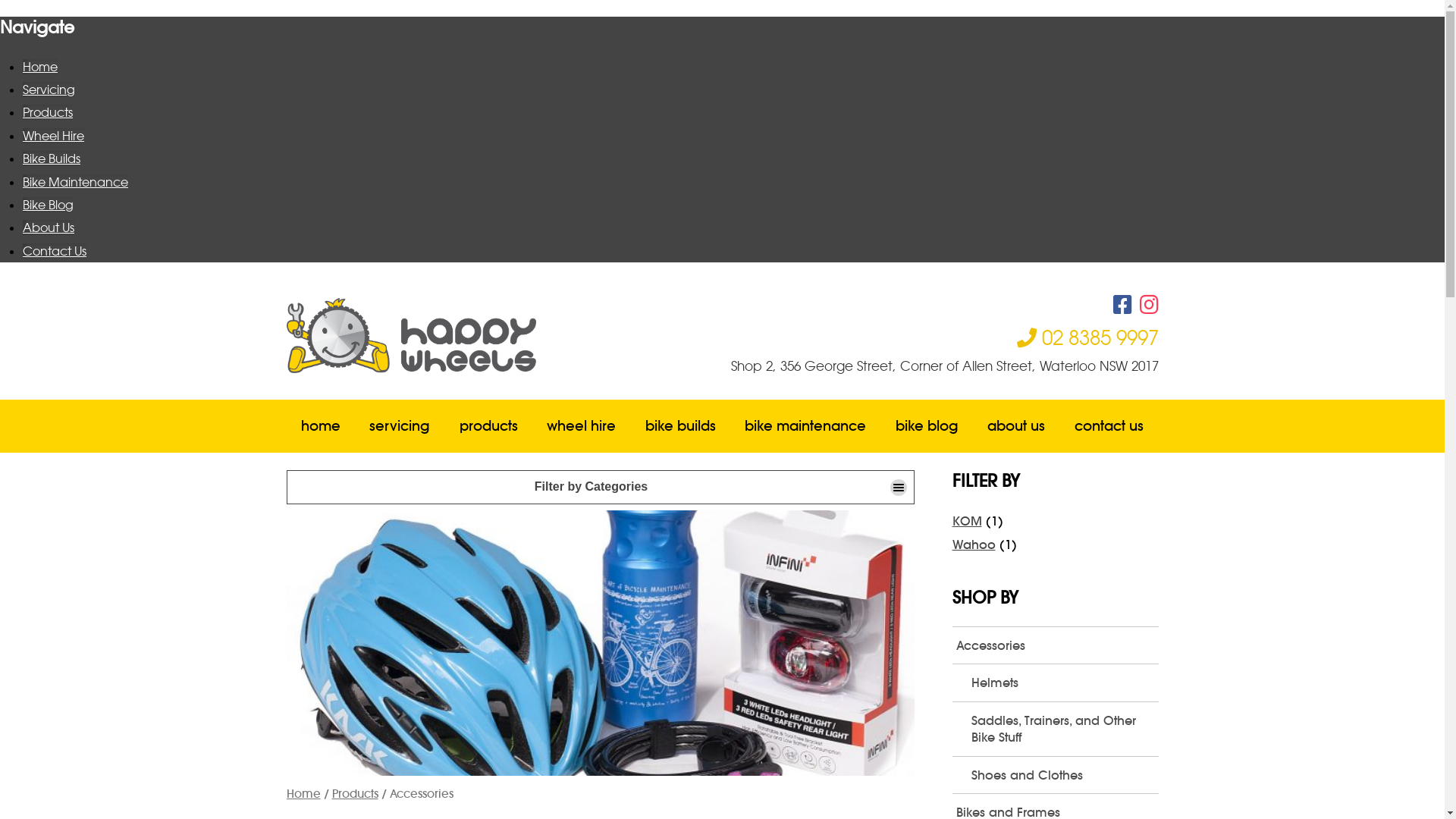 This screenshot has width=1456, height=819. Describe the element at coordinates (49, 89) in the screenshot. I see `'Servicing'` at that location.